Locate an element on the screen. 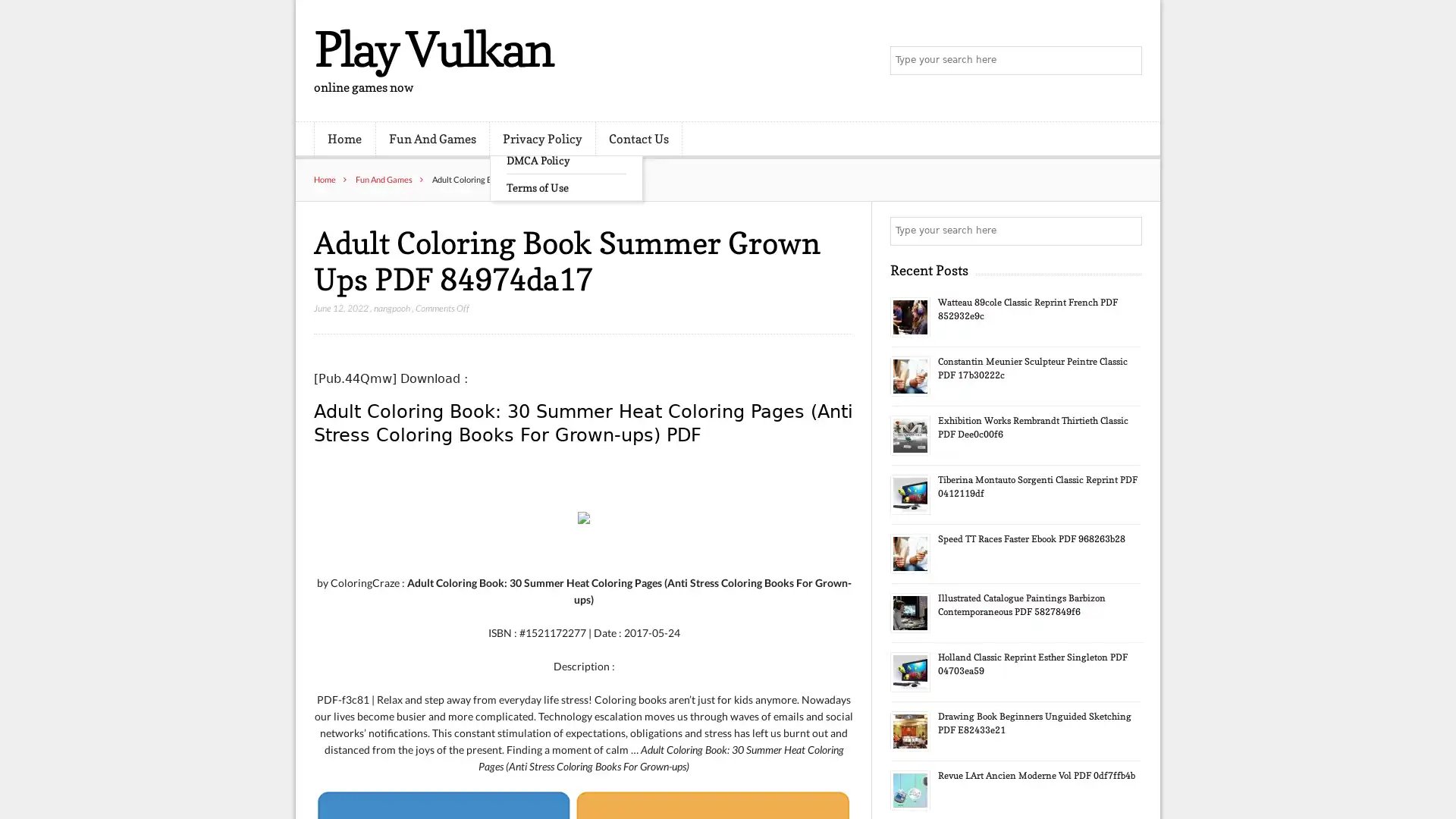  Search is located at coordinates (1126, 61).